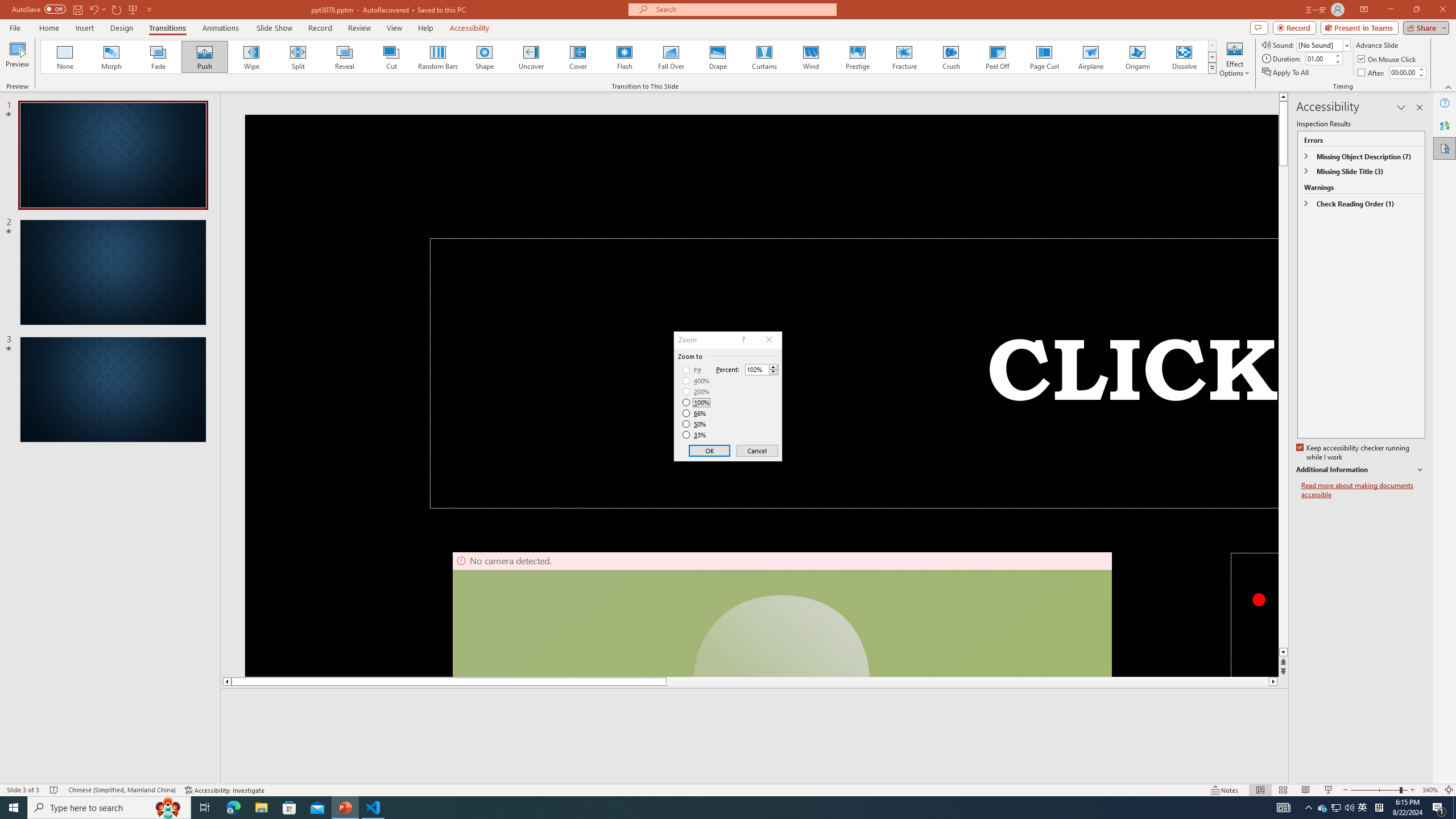  Describe the element at coordinates (345, 806) in the screenshot. I see `'PowerPoint - 1 running window'` at that location.